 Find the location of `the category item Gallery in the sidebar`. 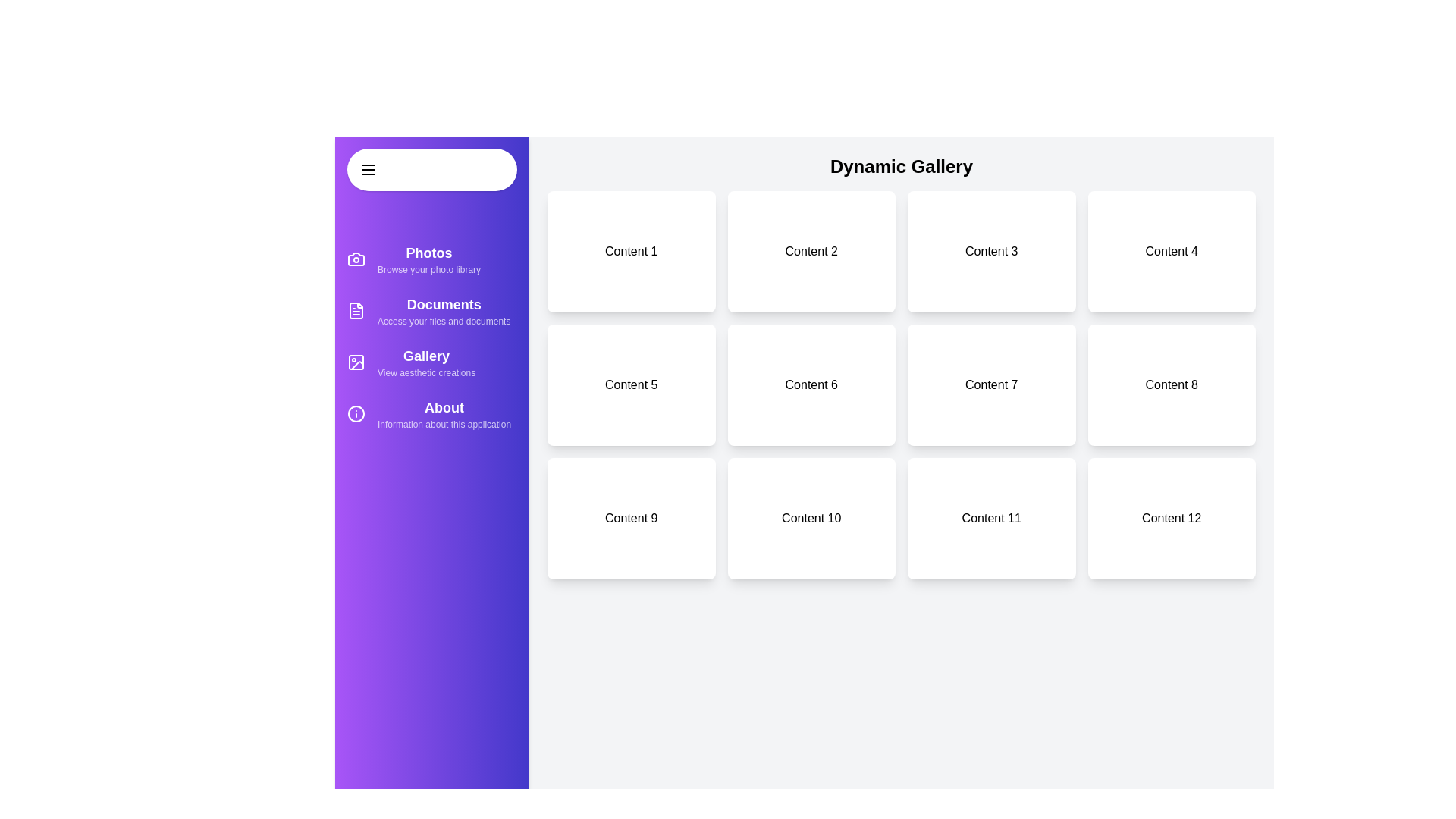

the category item Gallery in the sidebar is located at coordinates (431, 362).